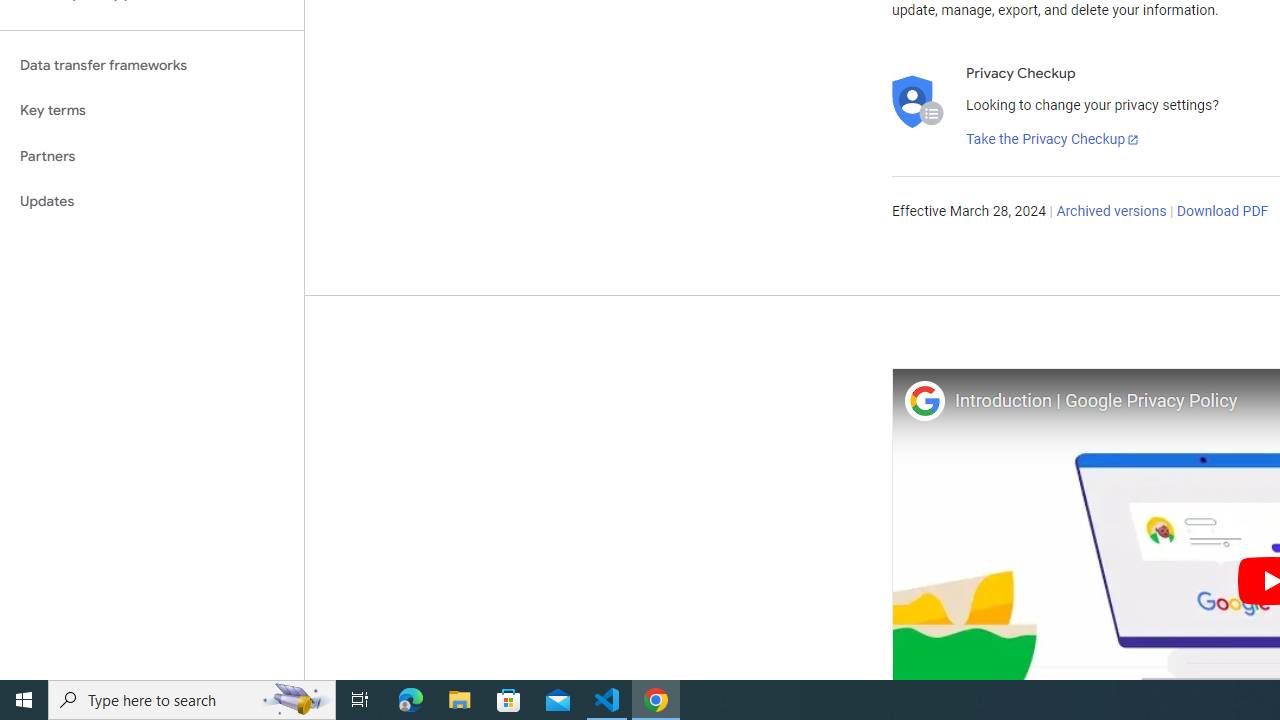 Image resolution: width=1280 pixels, height=720 pixels. What do you see at coordinates (923, 400) in the screenshot?
I see `'Photo image of Google'` at bounding box center [923, 400].